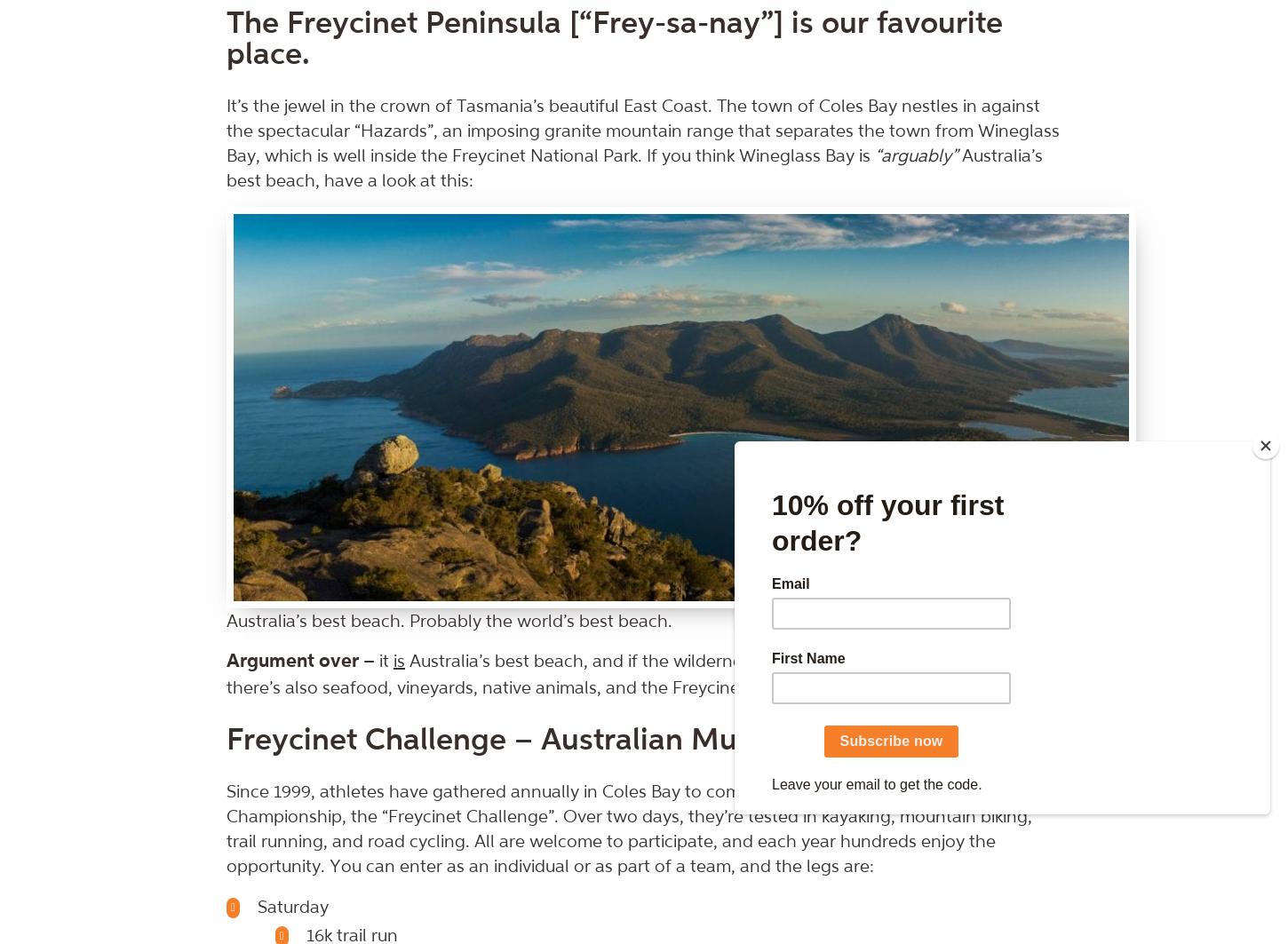 This screenshot has width=1288, height=944. Describe the element at coordinates (386, 659) in the screenshot. I see `'it'` at that location.